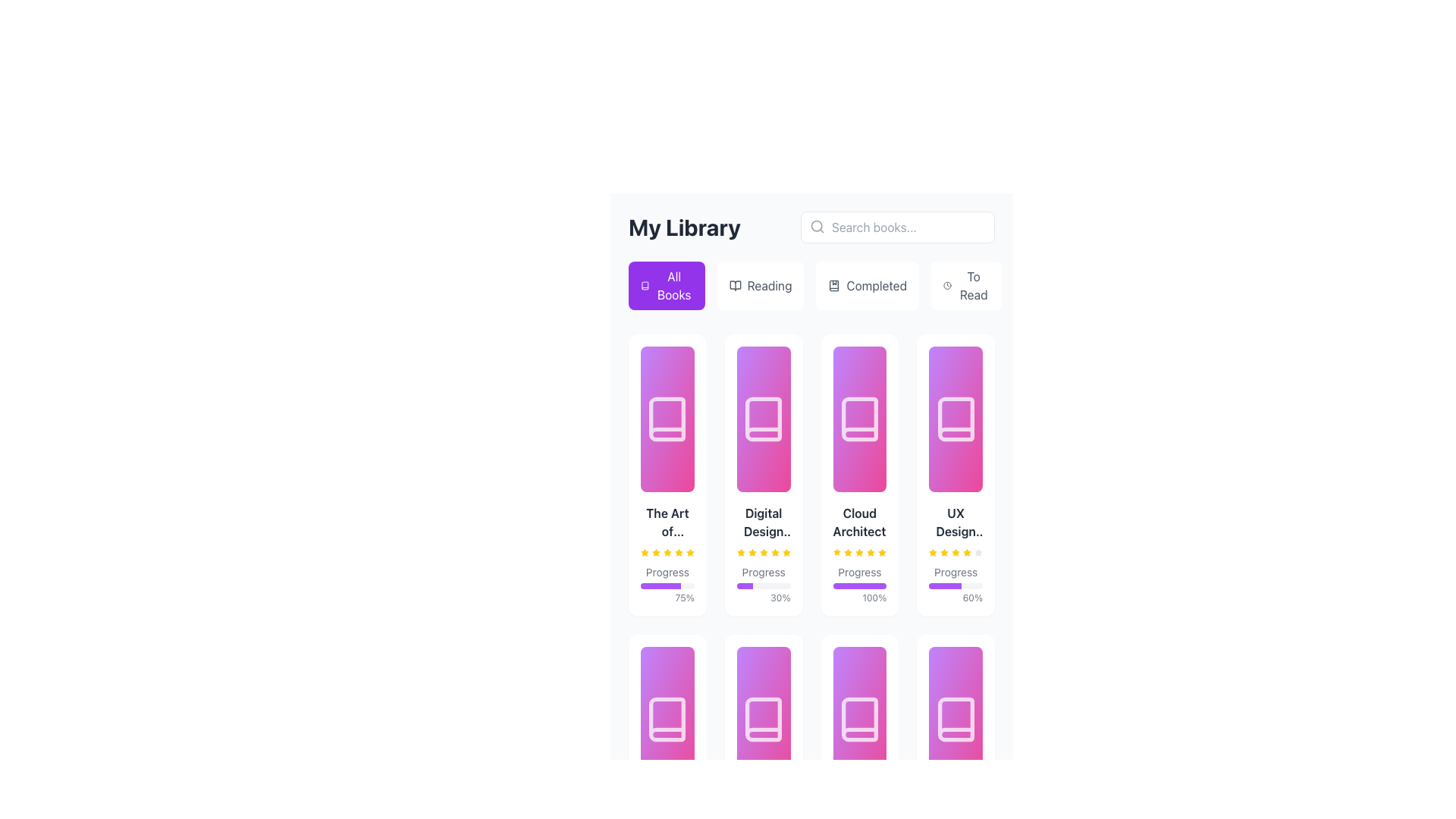 The image size is (1456, 819). What do you see at coordinates (667, 553) in the screenshot?
I see `the Rating display component located within the card for 'The Art of Programming', which is centered horizontally below the title text and above the progress text` at bounding box center [667, 553].